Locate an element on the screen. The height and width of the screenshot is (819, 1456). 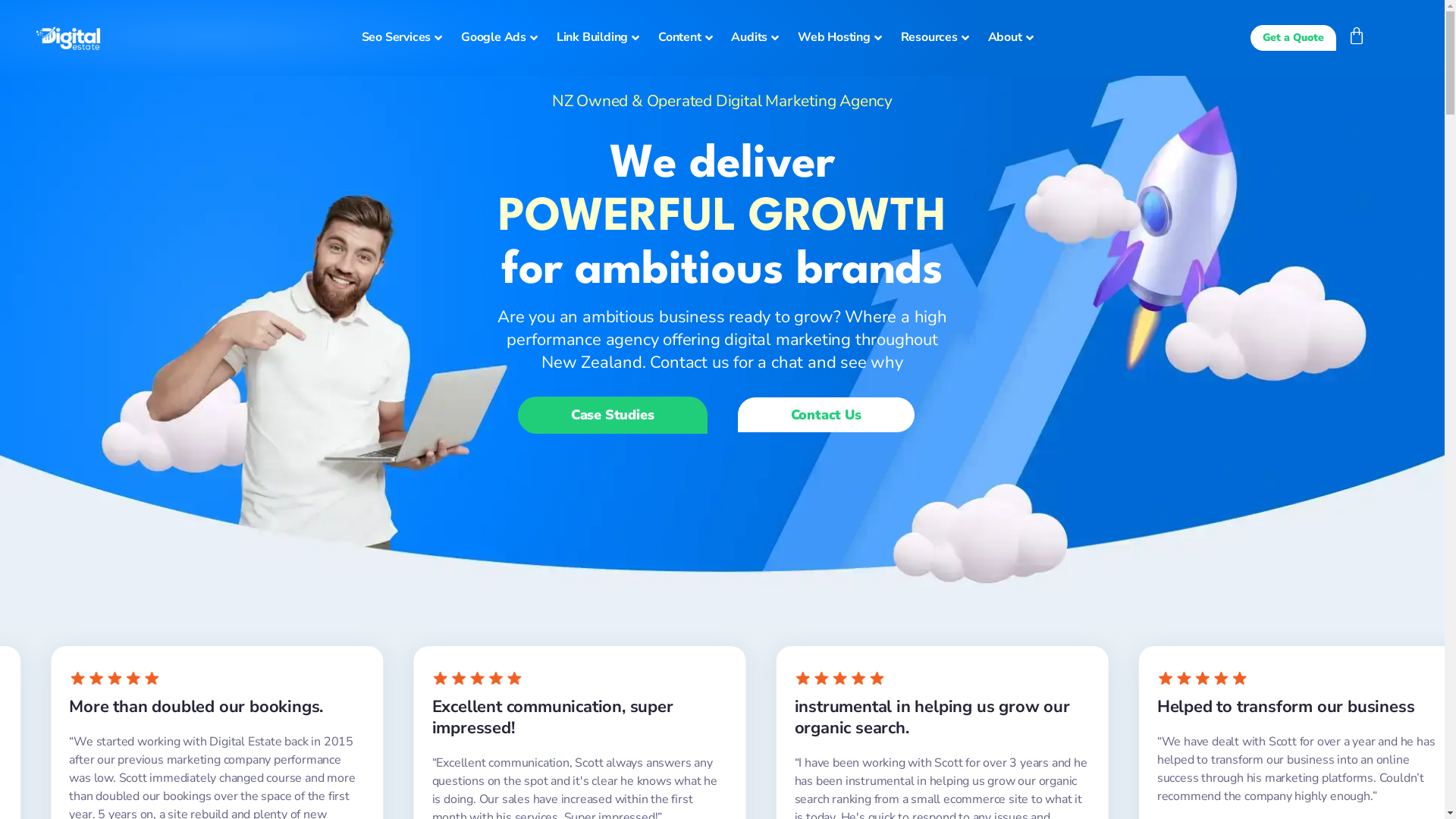
'Seo Services' is located at coordinates (403, 37).